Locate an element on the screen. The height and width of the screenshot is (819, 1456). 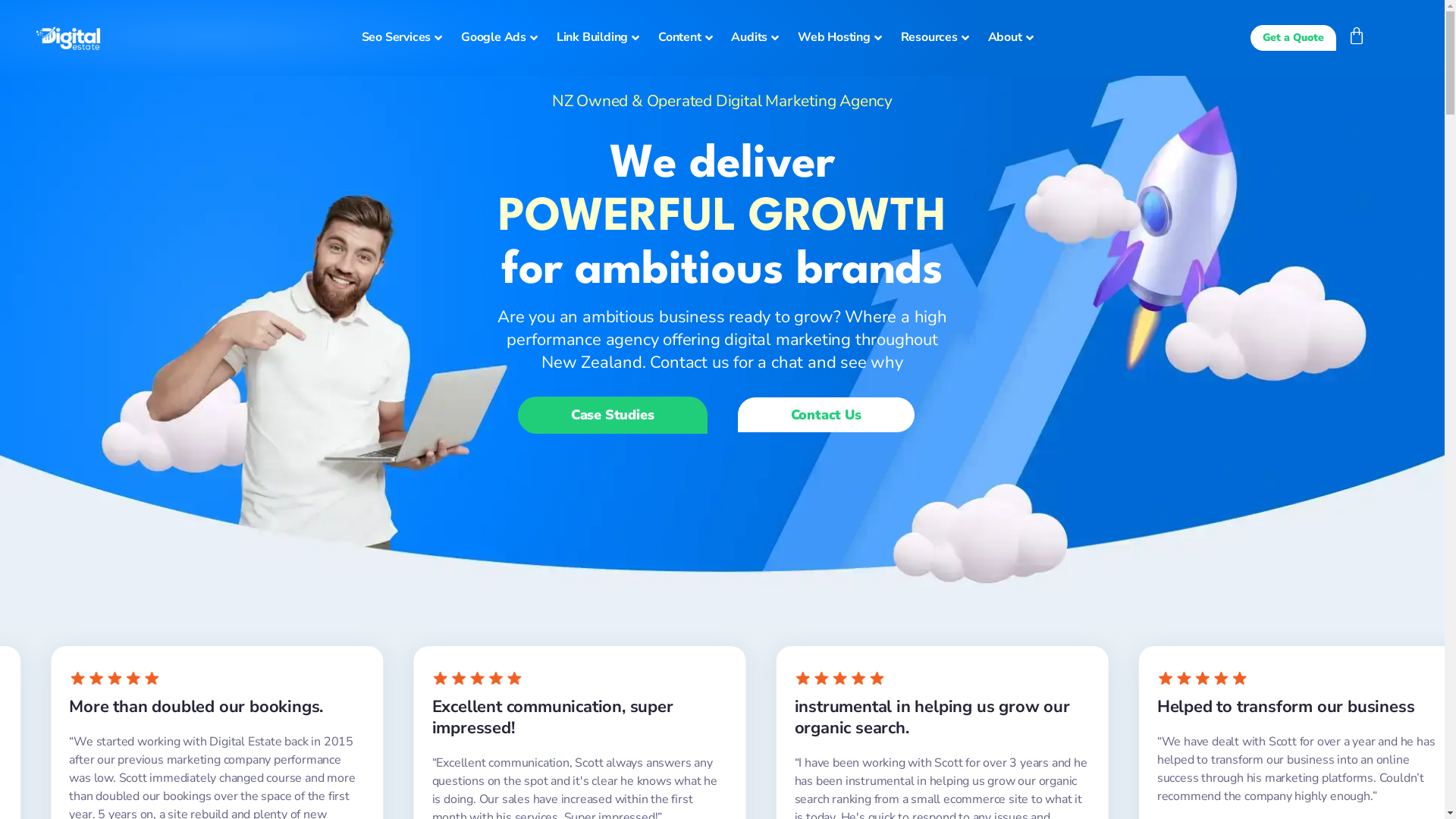
'Seo Services' is located at coordinates (403, 37).